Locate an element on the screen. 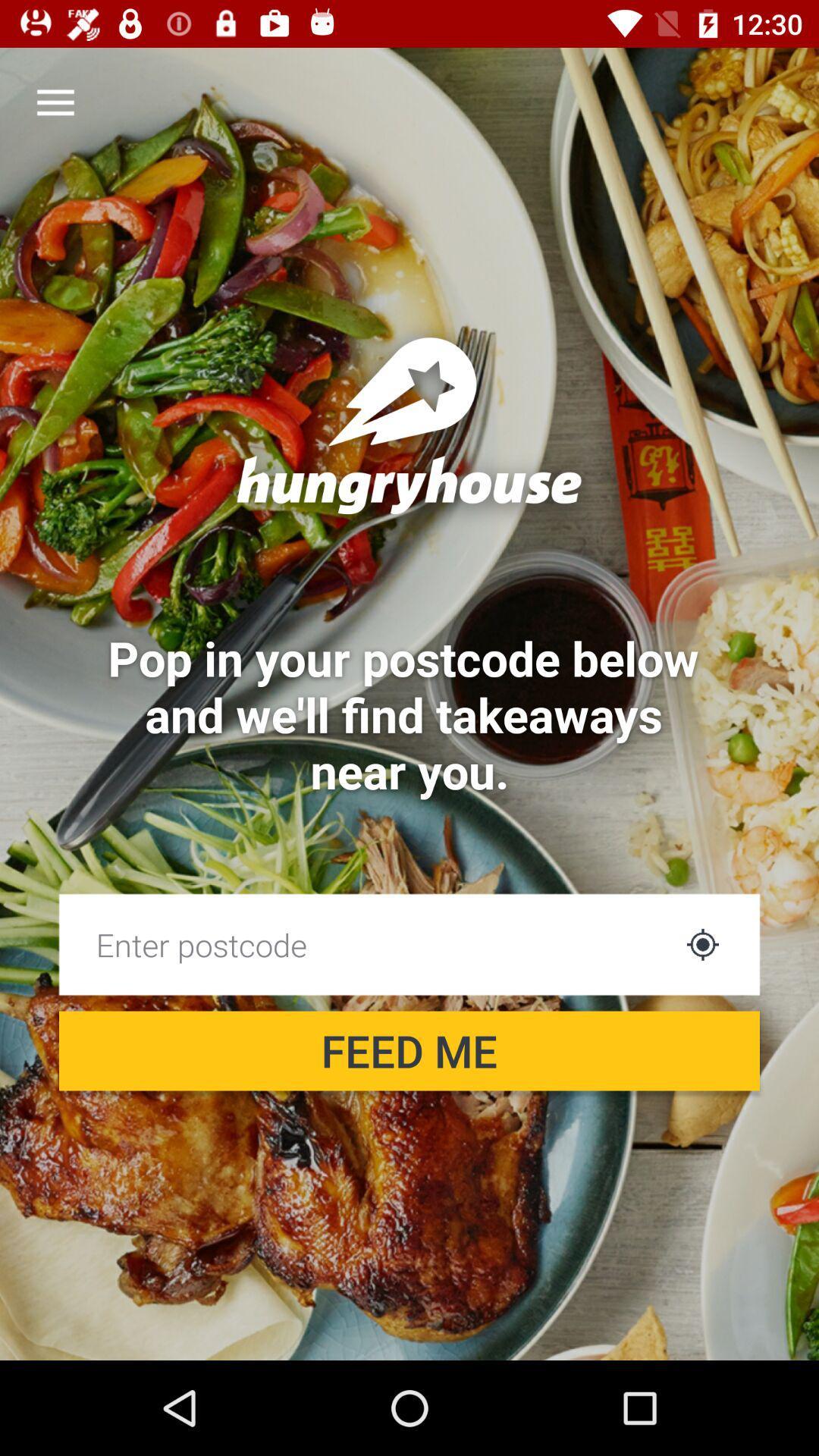 This screenshot has width=819, height=1456. search box is located at coordinates (366, 943).